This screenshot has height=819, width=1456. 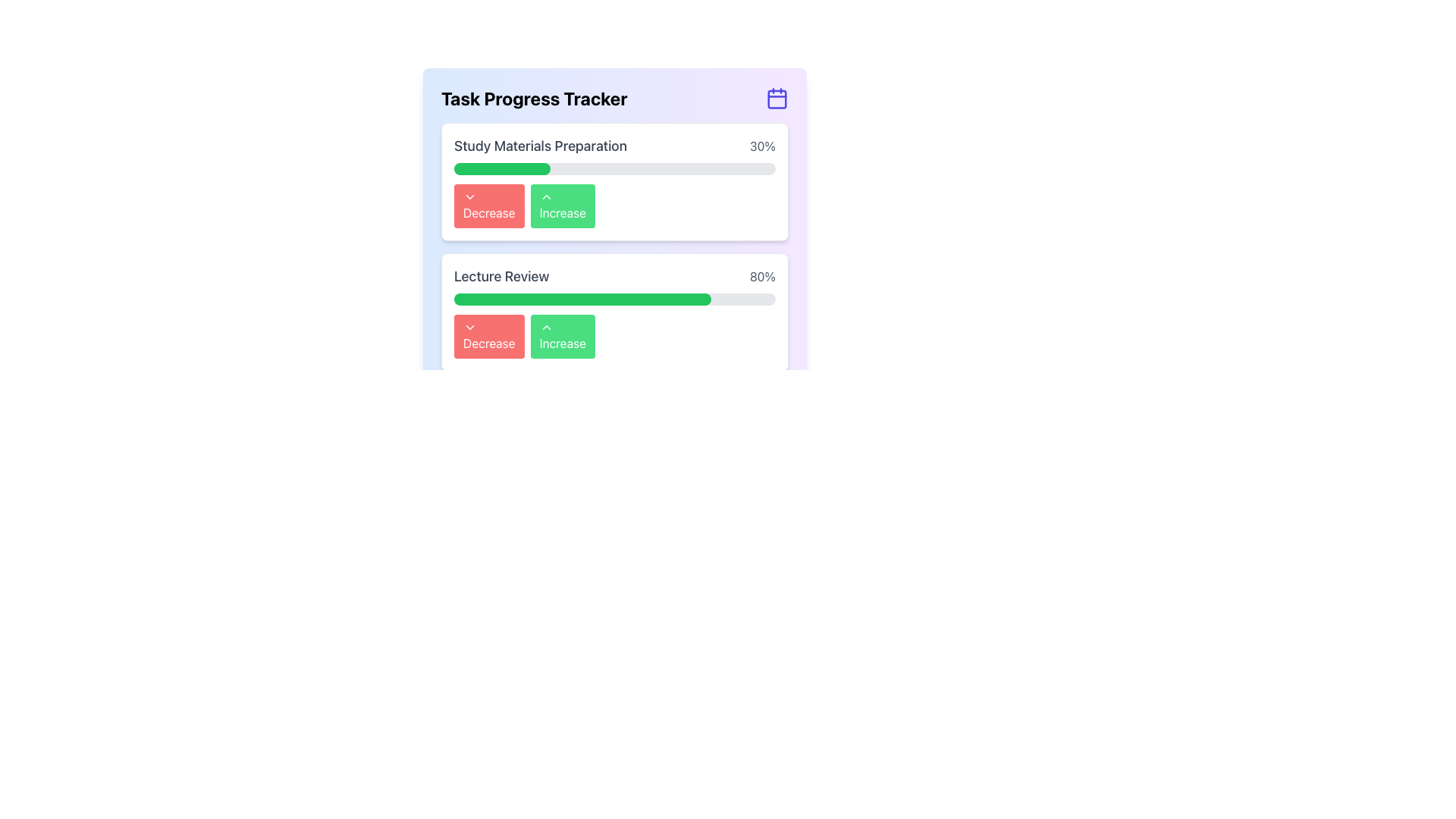 I want to click on progress bar located in the second row beneath 'Study Materials Preparation' and above the 'Decrease' and 'Increase' controls, so click(x=615, y=169).